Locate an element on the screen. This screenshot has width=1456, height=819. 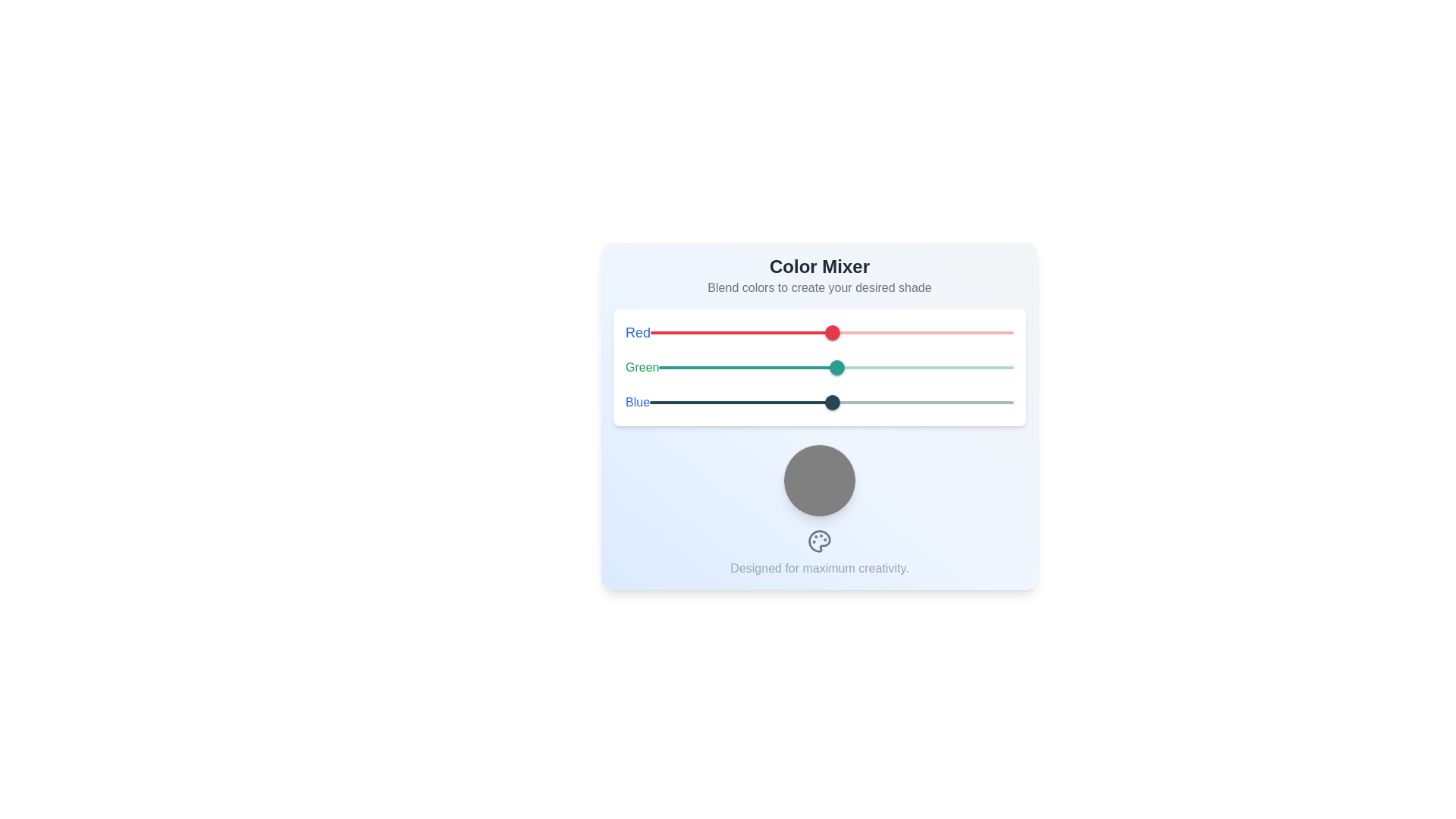
the red color intensity is located at coordinates (943, 332).